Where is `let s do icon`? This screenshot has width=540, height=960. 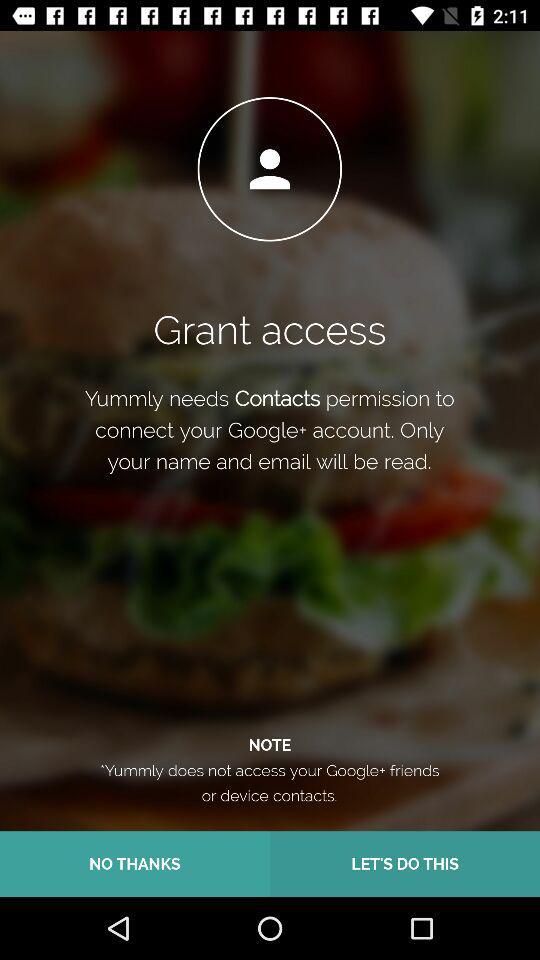 let s do icon is located at coordinates (405, 863).